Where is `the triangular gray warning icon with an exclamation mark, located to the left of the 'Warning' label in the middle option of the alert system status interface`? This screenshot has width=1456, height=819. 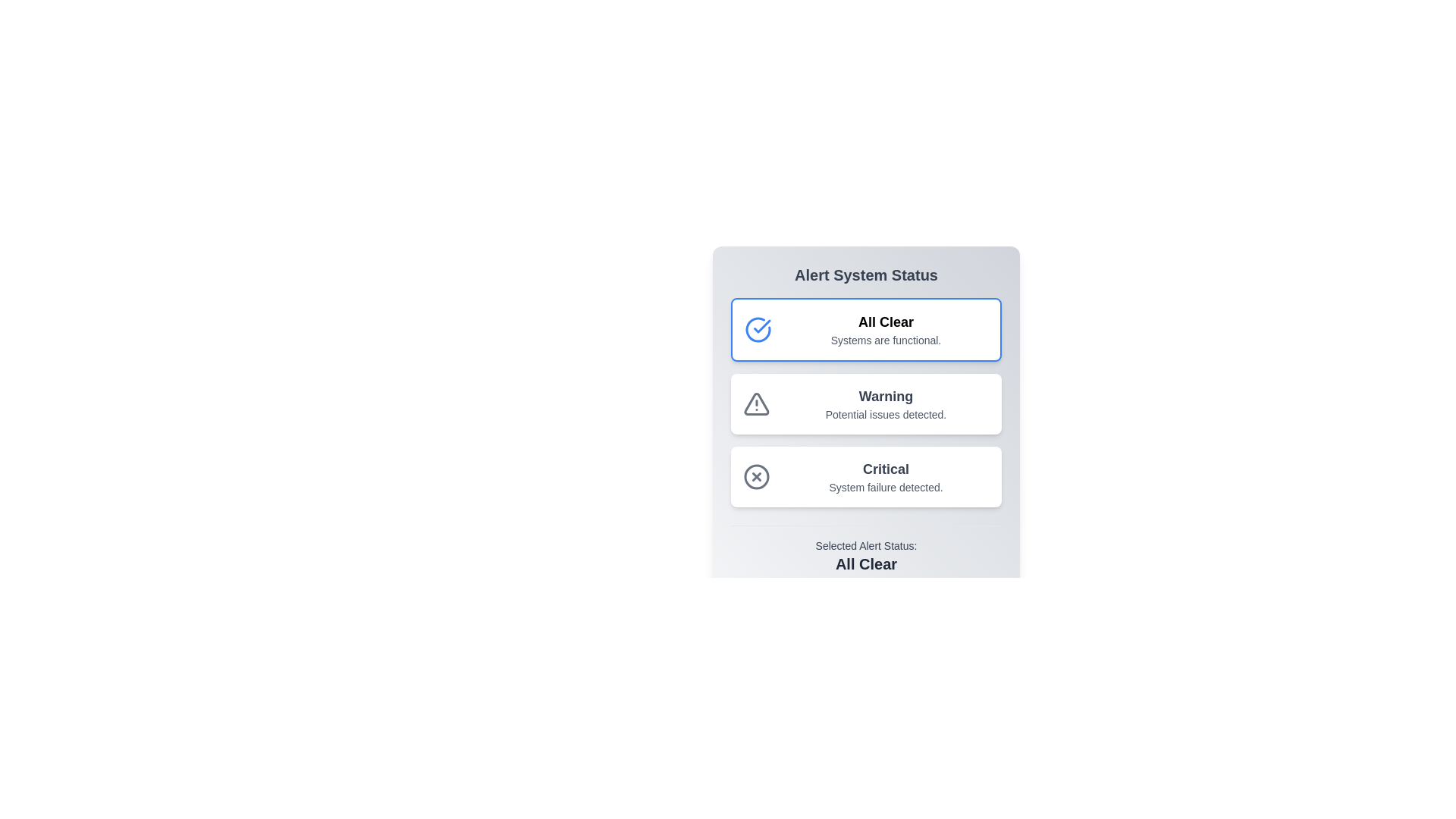
the triangular gray warning icon with an exclamation mark, located to the left of the 'Warning' label in the middle option of the alert system status interface is located at coordinates (757, 403).